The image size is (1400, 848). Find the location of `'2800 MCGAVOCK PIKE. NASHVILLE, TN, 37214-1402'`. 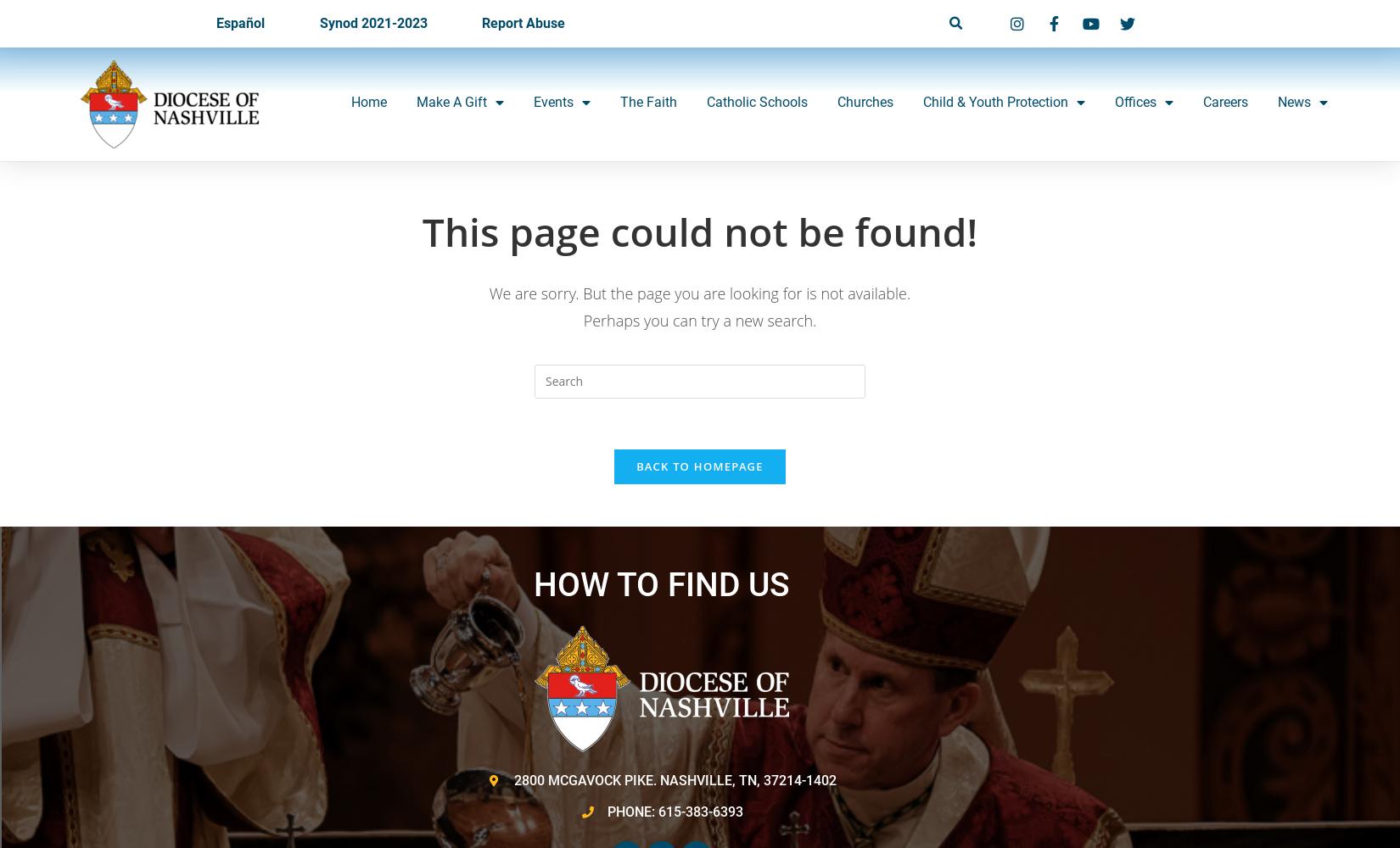

'2800 MCGAVOCK PIKE. NASHVILLE, TN, 37214-1402' is located at coordinates (674, 779).